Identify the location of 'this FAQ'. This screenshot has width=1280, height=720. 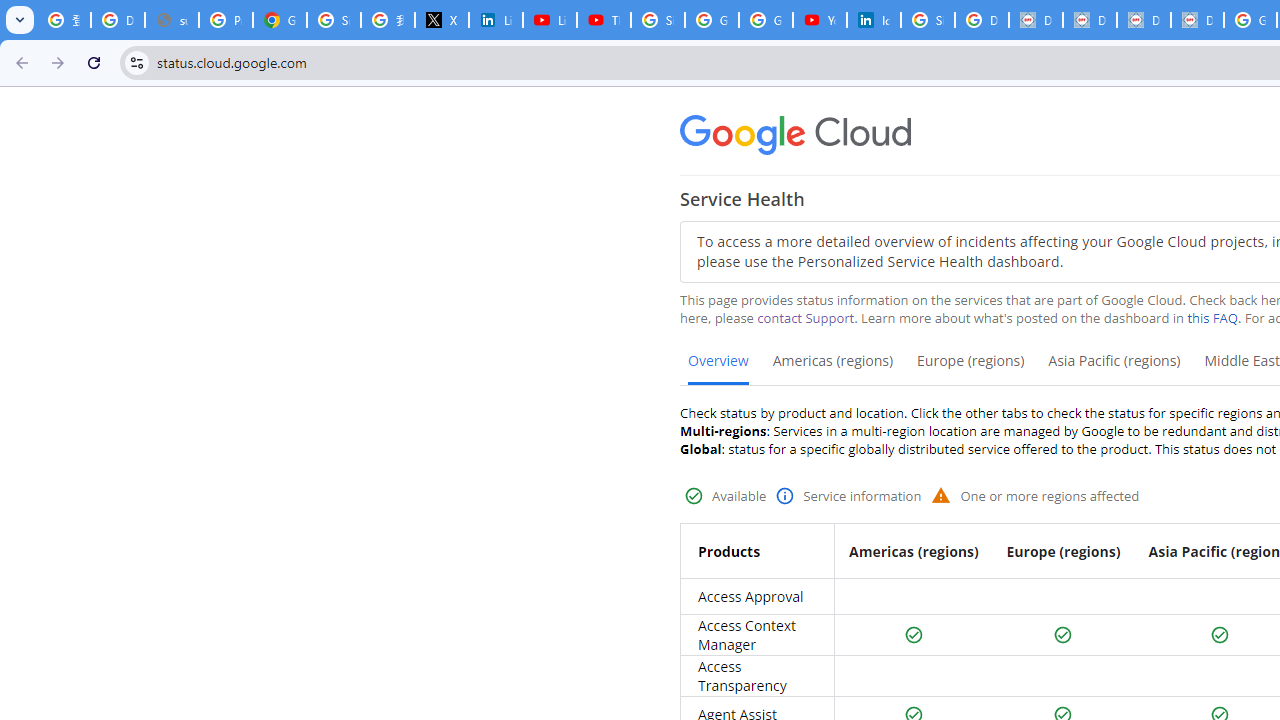
(1211, 317).